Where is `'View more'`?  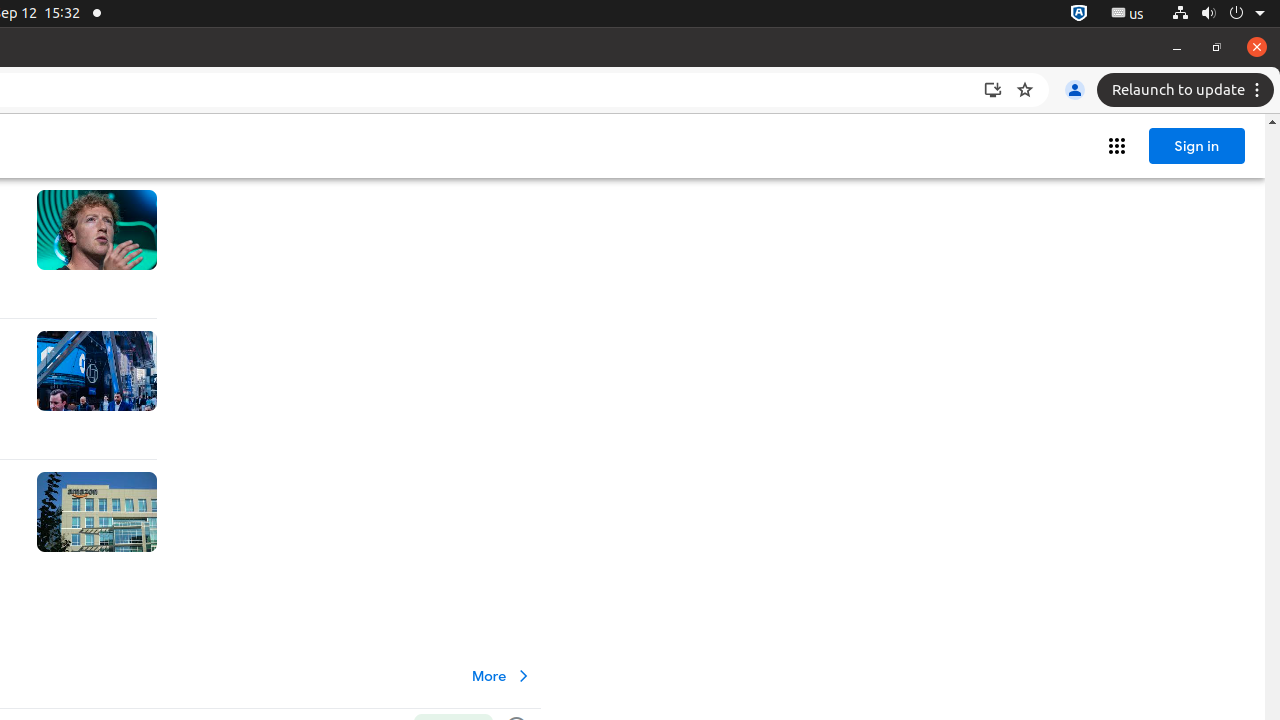 'View more' is located at coordinates (502, 675).